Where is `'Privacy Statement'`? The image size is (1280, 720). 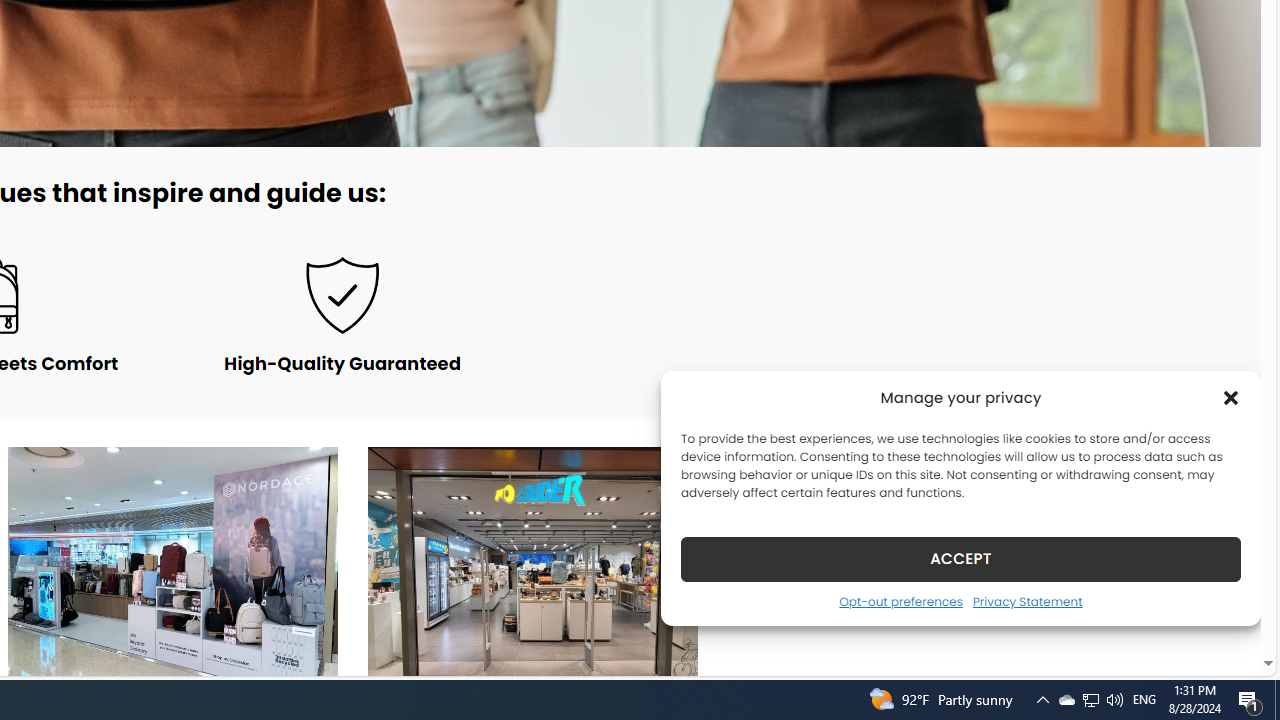 'Privacy Statement' is located at coordinates (1027, 600).